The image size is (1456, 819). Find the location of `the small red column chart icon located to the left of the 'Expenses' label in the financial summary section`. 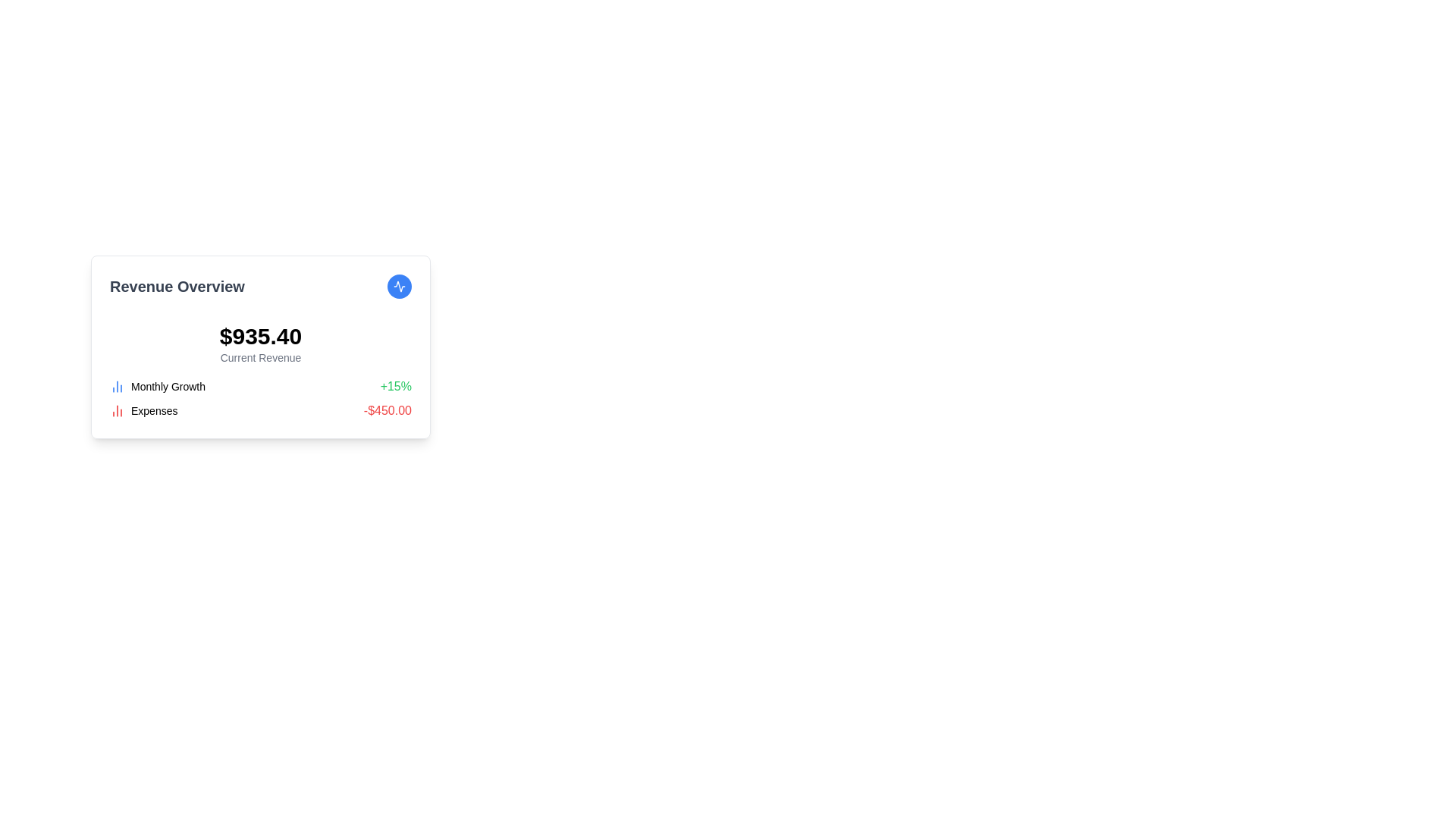

the small red column chart icon located to the left of the 'Expenses' label in the financial summary section is located at coordinates (116, 411).